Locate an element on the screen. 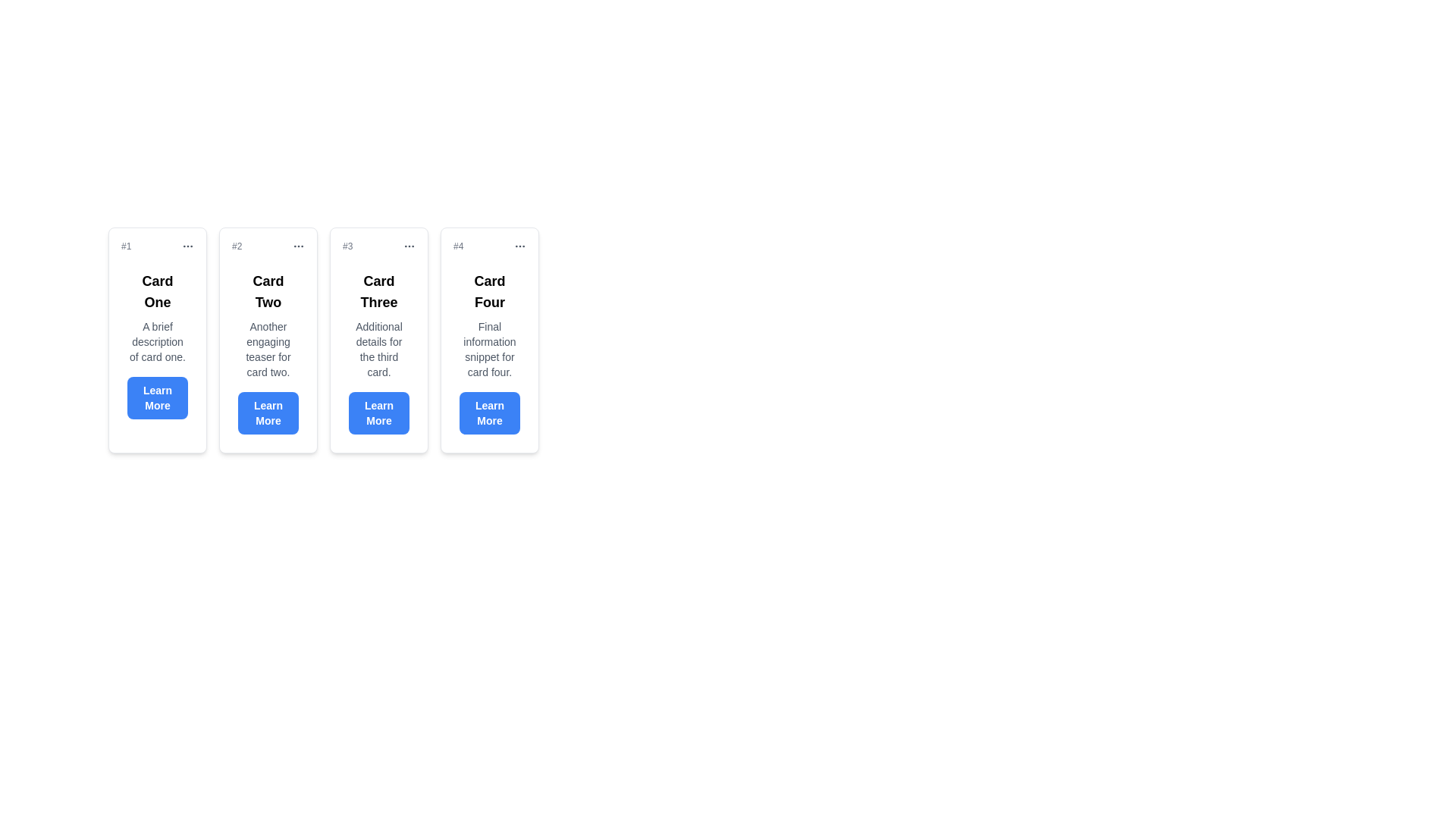 This screenshot has width=1456, height=819. the ellipsis icon in the top-right corner of the header section of the second card is located at coordinates (298, 245).